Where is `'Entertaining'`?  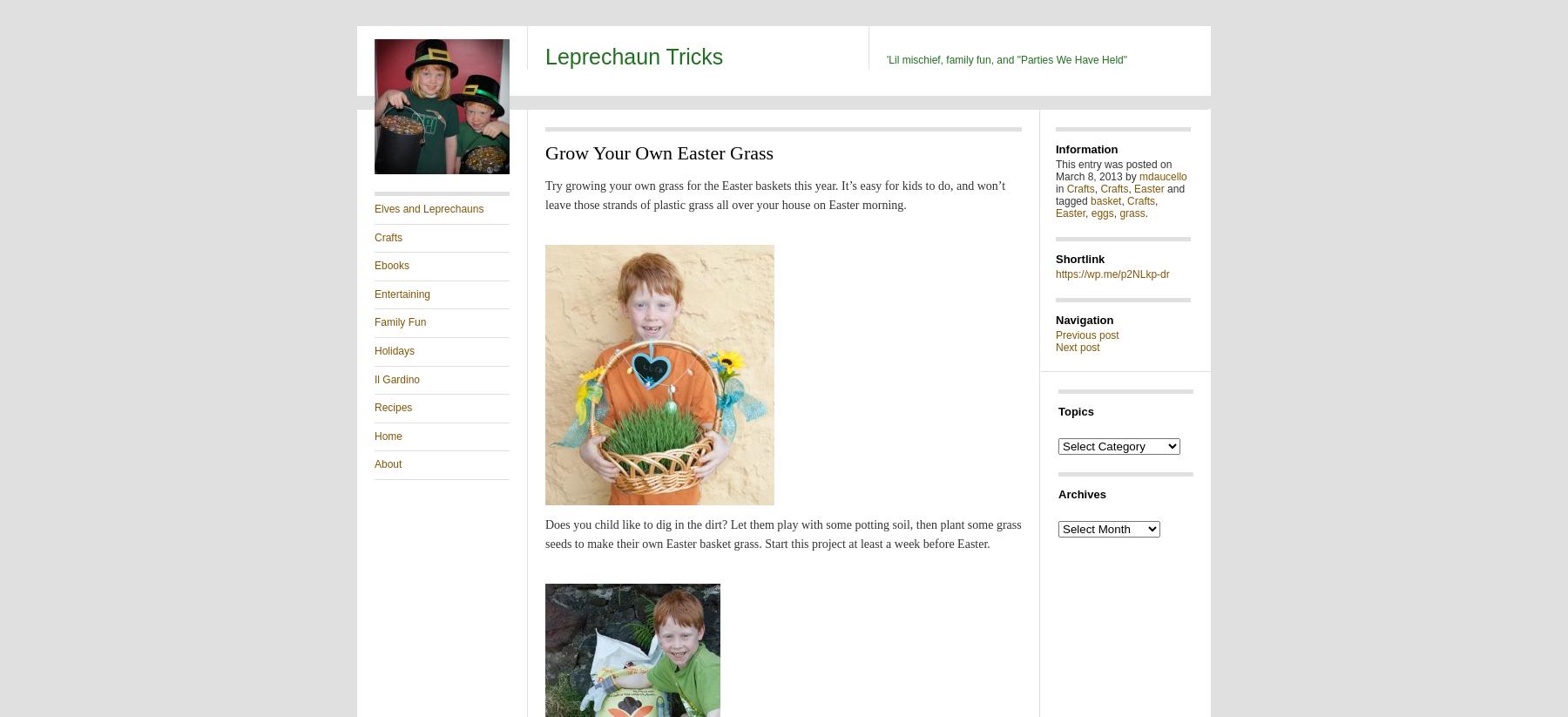 'Entertaining' is located at coordinates (402, 293).